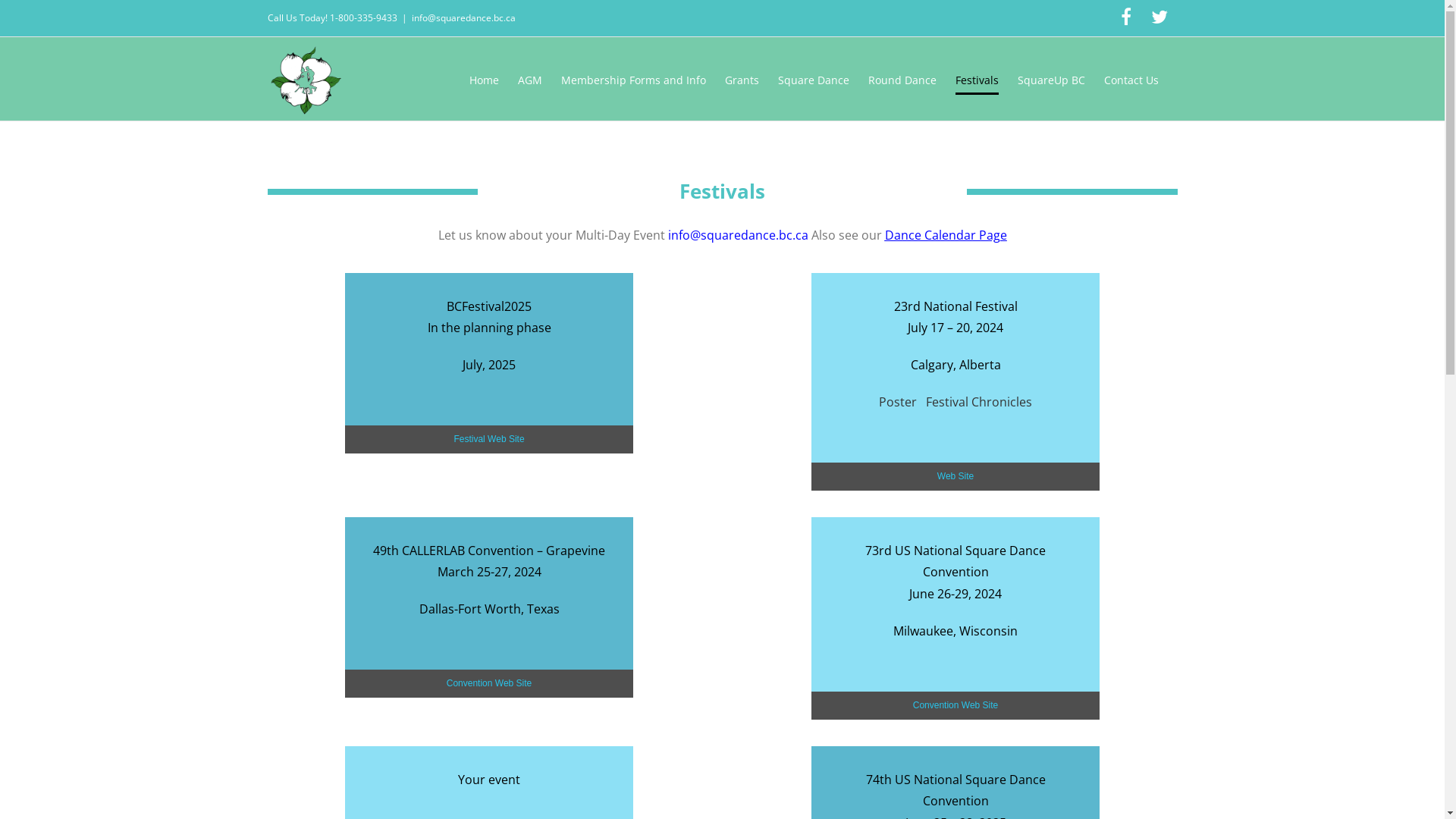  What do you see at coordinates (1131, 80) in the screenshot?
I see `'Contact Us'` at bounding box center [1131, 80].